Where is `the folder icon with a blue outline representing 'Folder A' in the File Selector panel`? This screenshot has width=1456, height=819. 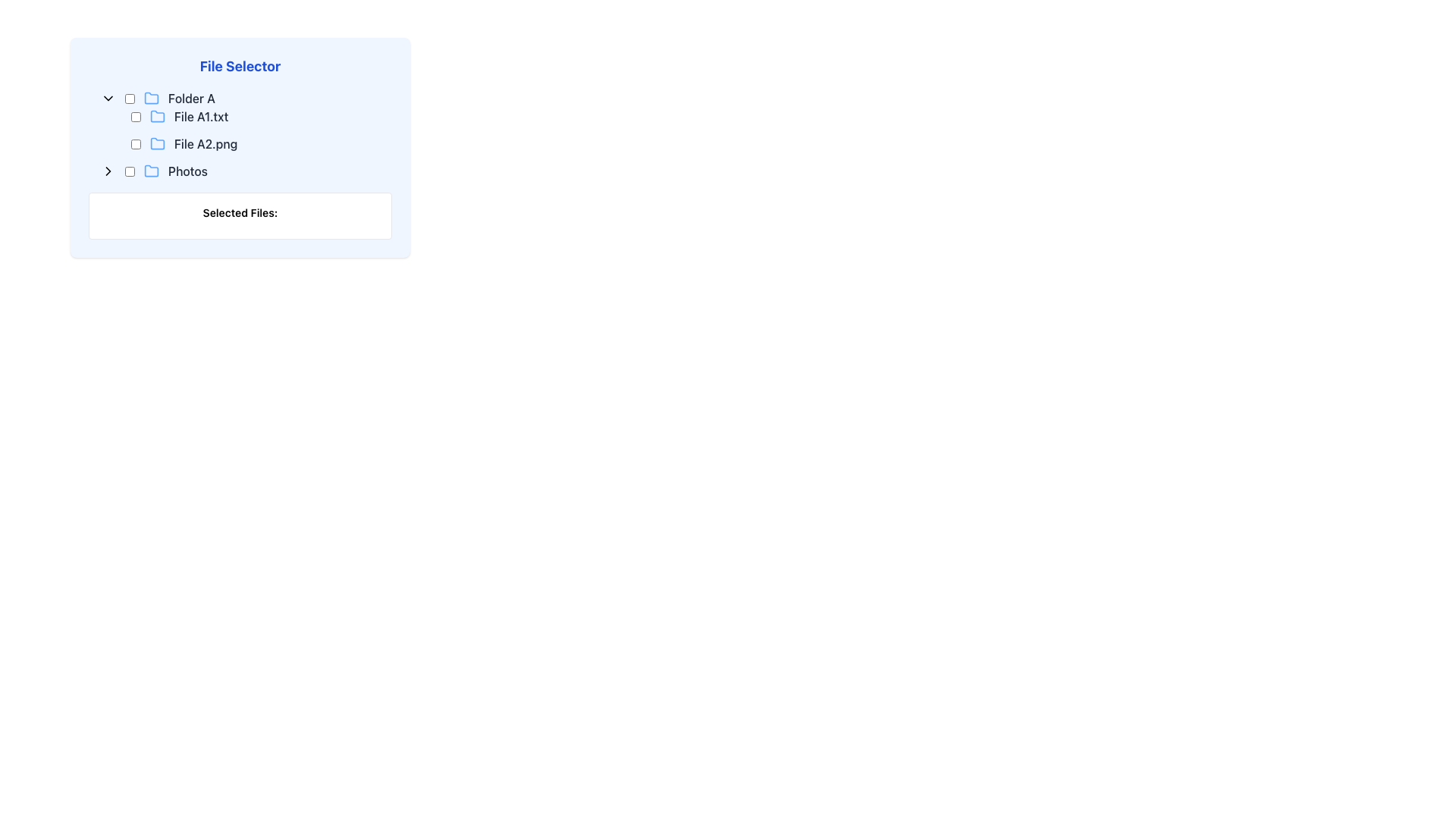
the folder icon with a blue outline representing 'Folder A' in the File Selector panel is located at coordinates (152, 97).